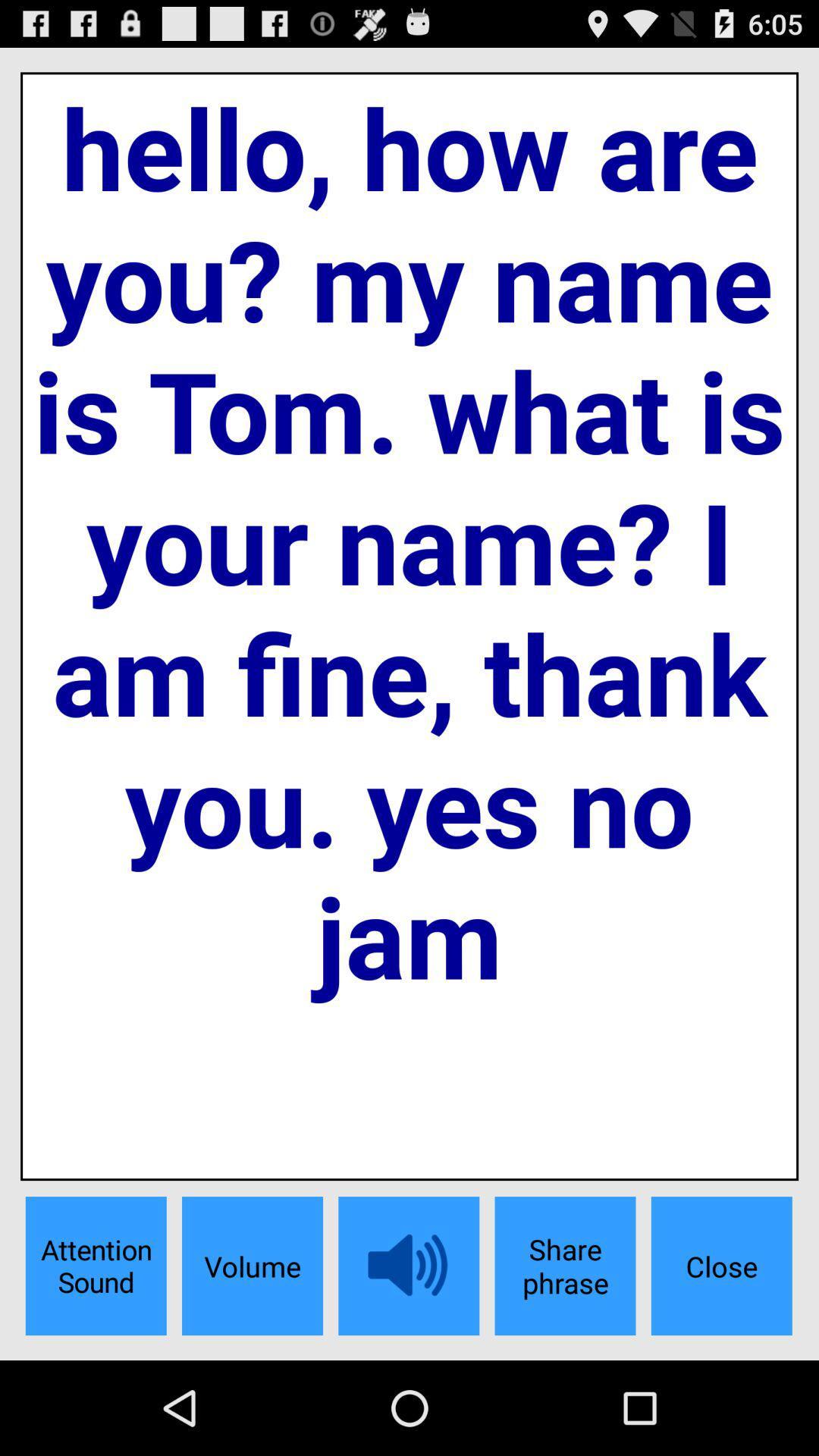  Describe the element at coordinates (96, 1266) in the screenshot. I see `item next to the volume icon` at that location.